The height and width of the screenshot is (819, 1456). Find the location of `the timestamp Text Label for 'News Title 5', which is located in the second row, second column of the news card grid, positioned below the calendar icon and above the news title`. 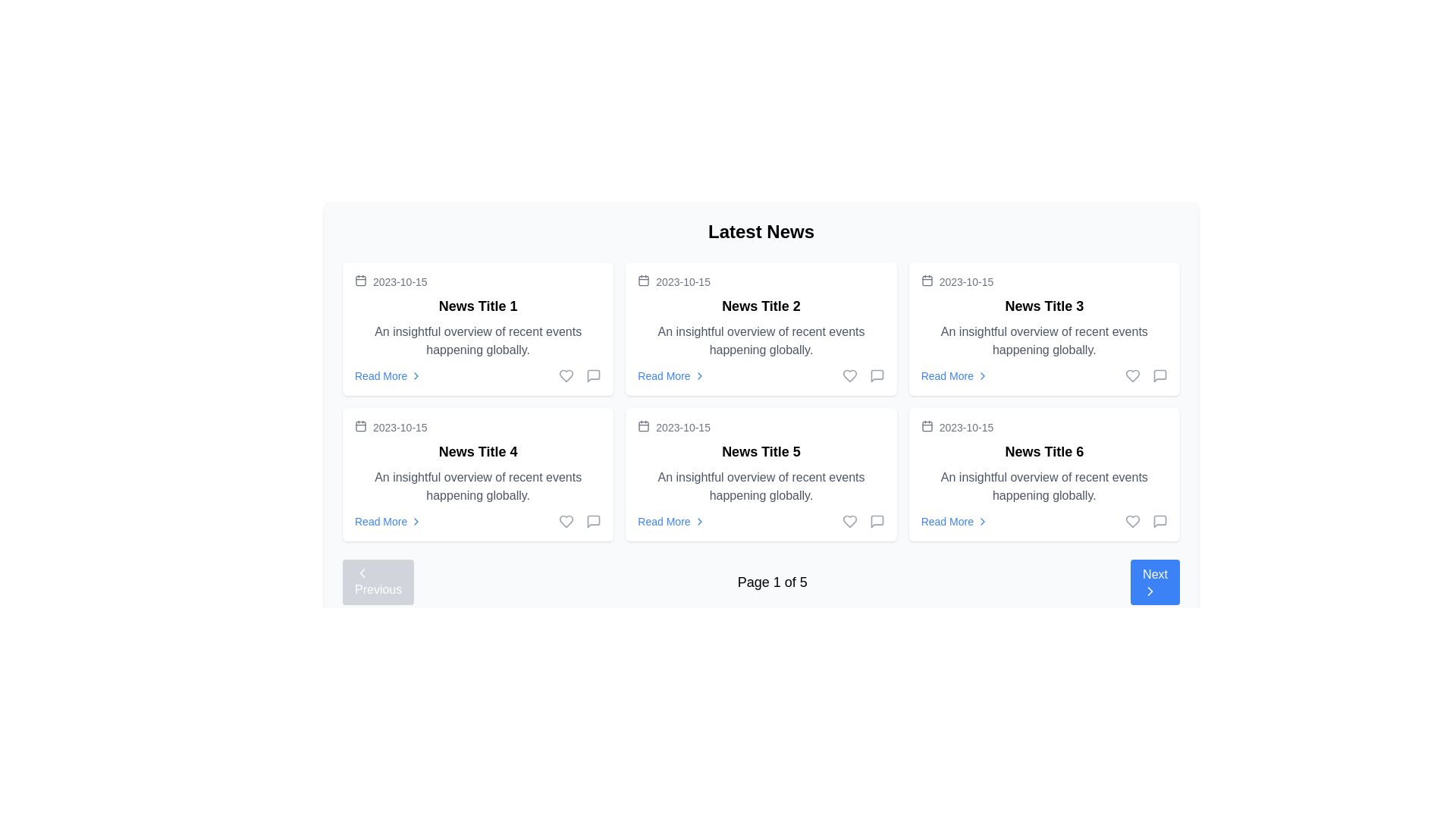

the timestamp Text Label for 'News Title 5', which is located in the second row, second column of the news card grid, positioned below the calendar icon and above the news title is located at coordinates (682, 427).